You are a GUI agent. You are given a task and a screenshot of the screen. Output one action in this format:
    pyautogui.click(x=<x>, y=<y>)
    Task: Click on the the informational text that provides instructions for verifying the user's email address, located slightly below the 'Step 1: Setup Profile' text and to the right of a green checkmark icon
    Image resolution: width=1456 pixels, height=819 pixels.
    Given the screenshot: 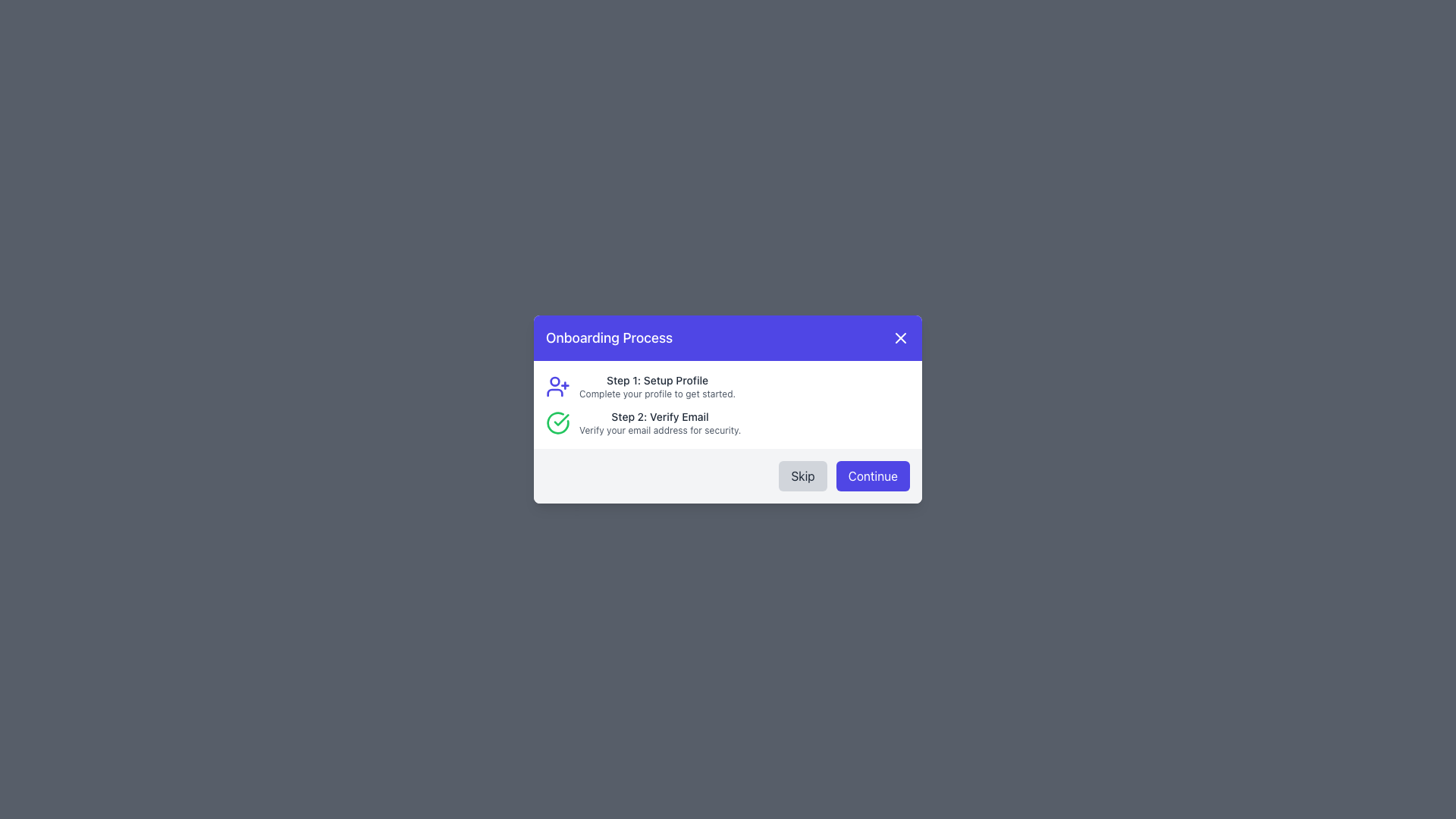 What is the action you would take?
    pyautogui.click(x=660, y=423)
    